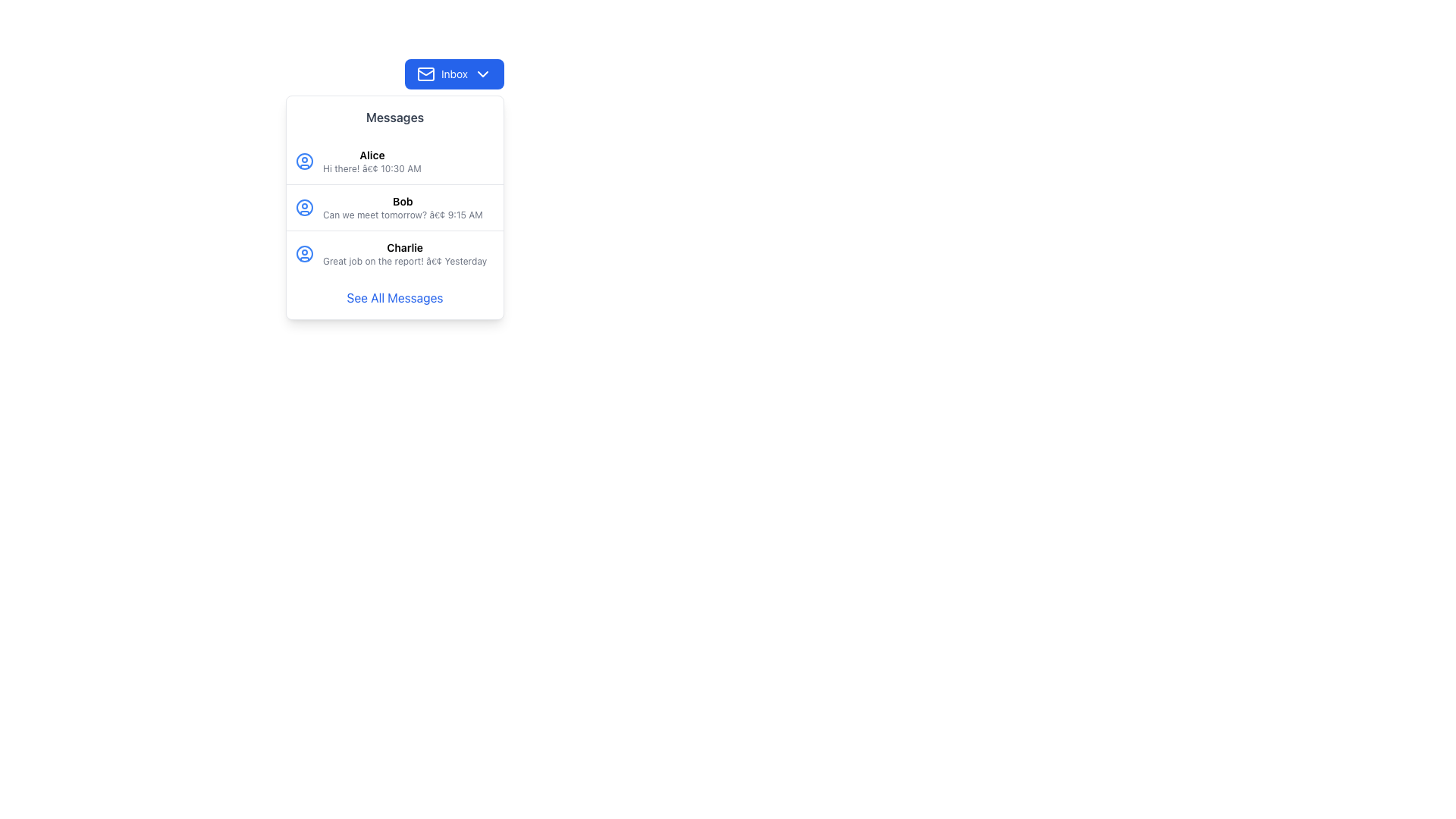 Image resolution: width=1456 pixels, height=819 pixels. I want to click on the label identifying the sender of a message located at the top of the message summary section, so click(372, 155).